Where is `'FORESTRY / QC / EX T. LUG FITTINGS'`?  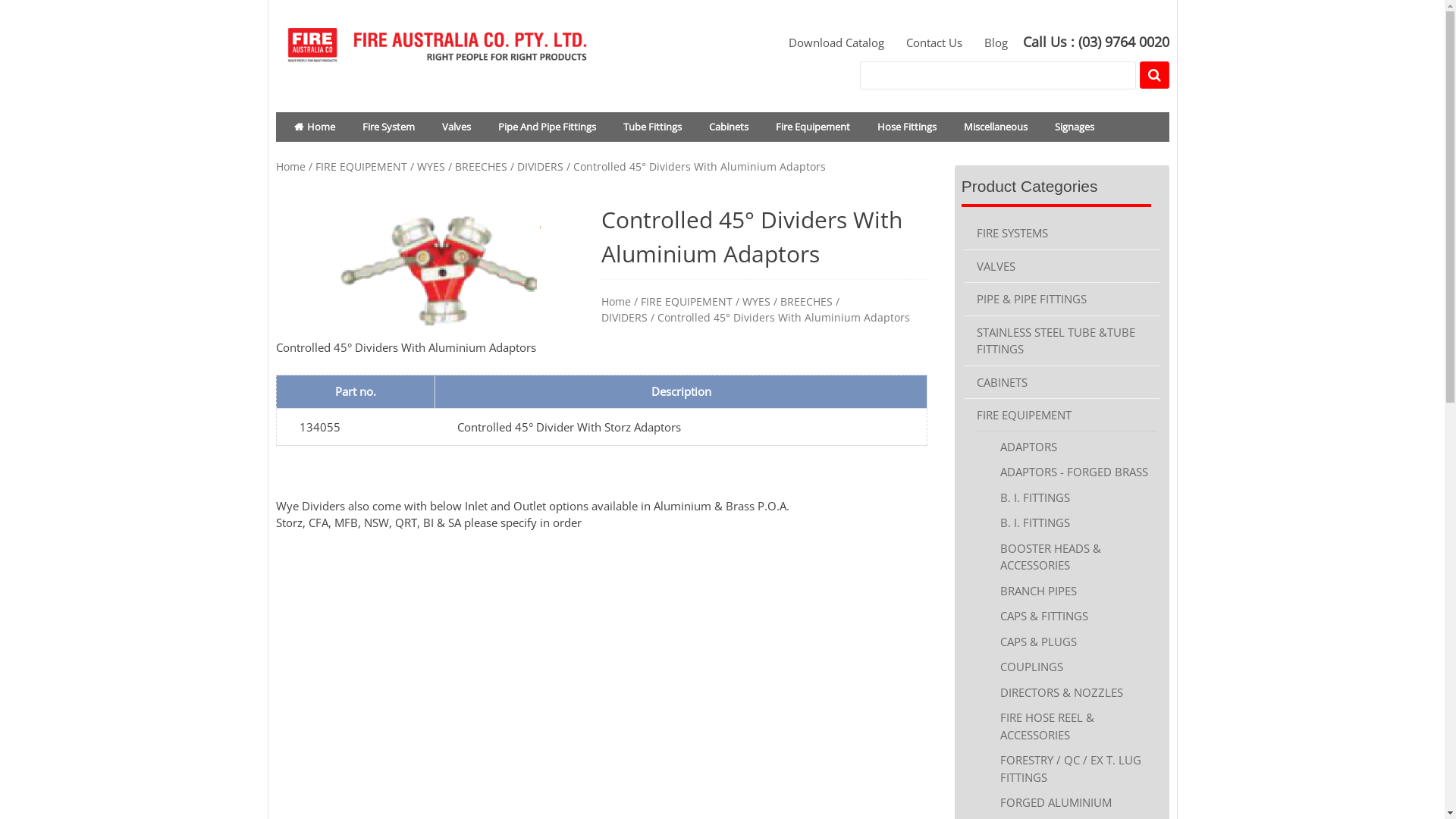 'FORESTRY / QC / EX T. LUG FITTINGS' is located at coordinates (1069, 768).